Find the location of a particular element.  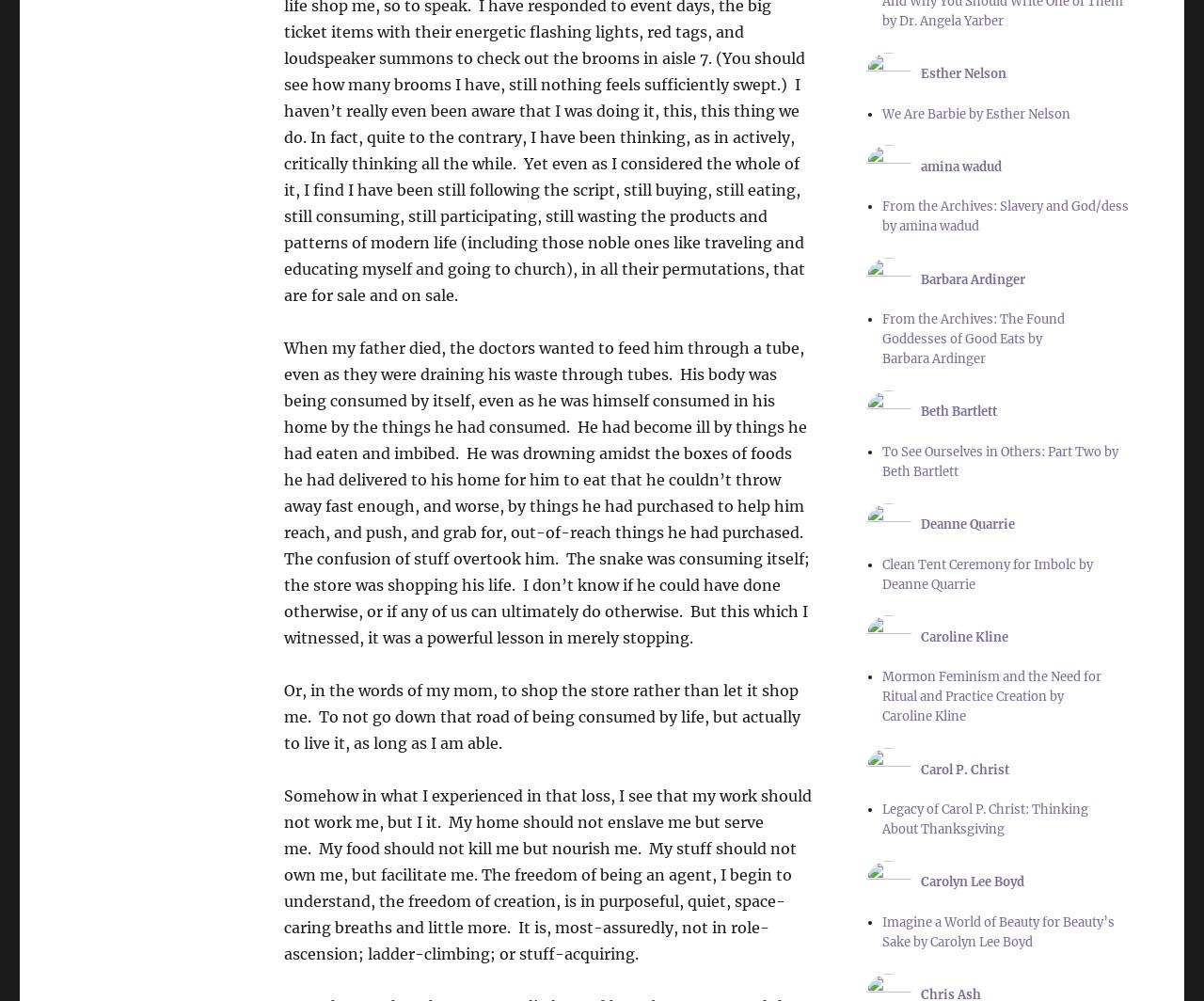

'Mormon Feminism and the Need for Ritual and Practice Creation by Caroline Kline' is located at coordinates (879, 696).